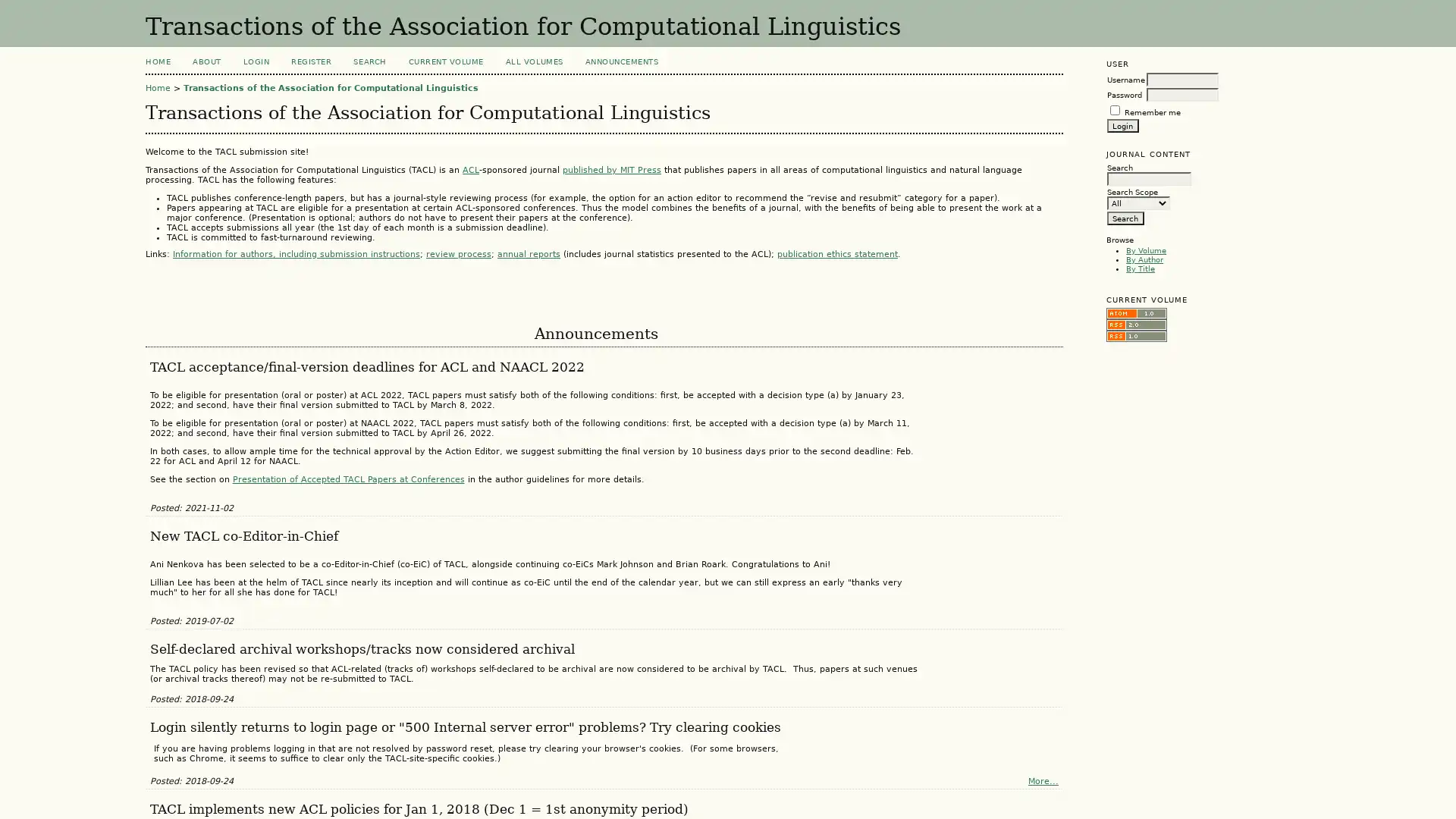  I want to click on Login, so click(1122, 124).